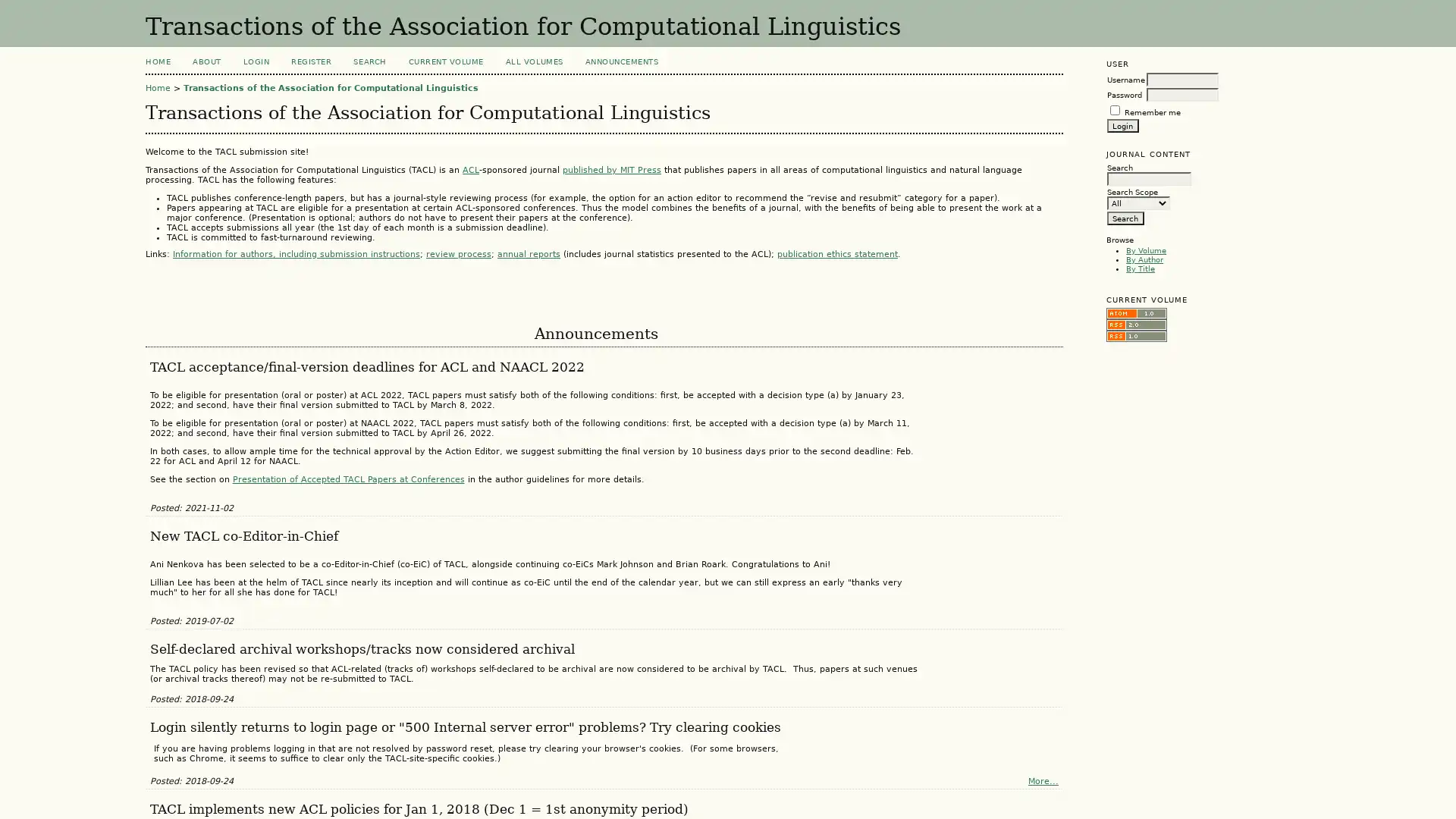  I want to click on Login, so click(1122, 124).